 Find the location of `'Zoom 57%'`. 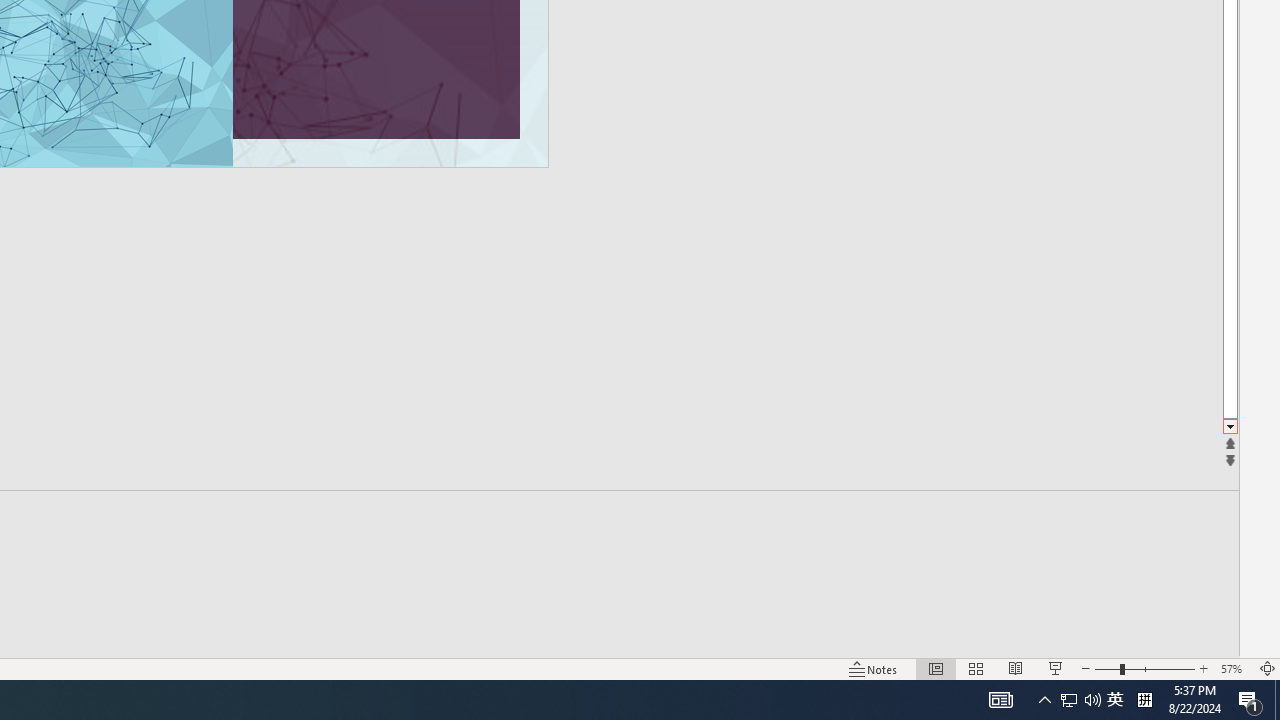

'Zoom 57%' is located at coordinates (1233, 669).